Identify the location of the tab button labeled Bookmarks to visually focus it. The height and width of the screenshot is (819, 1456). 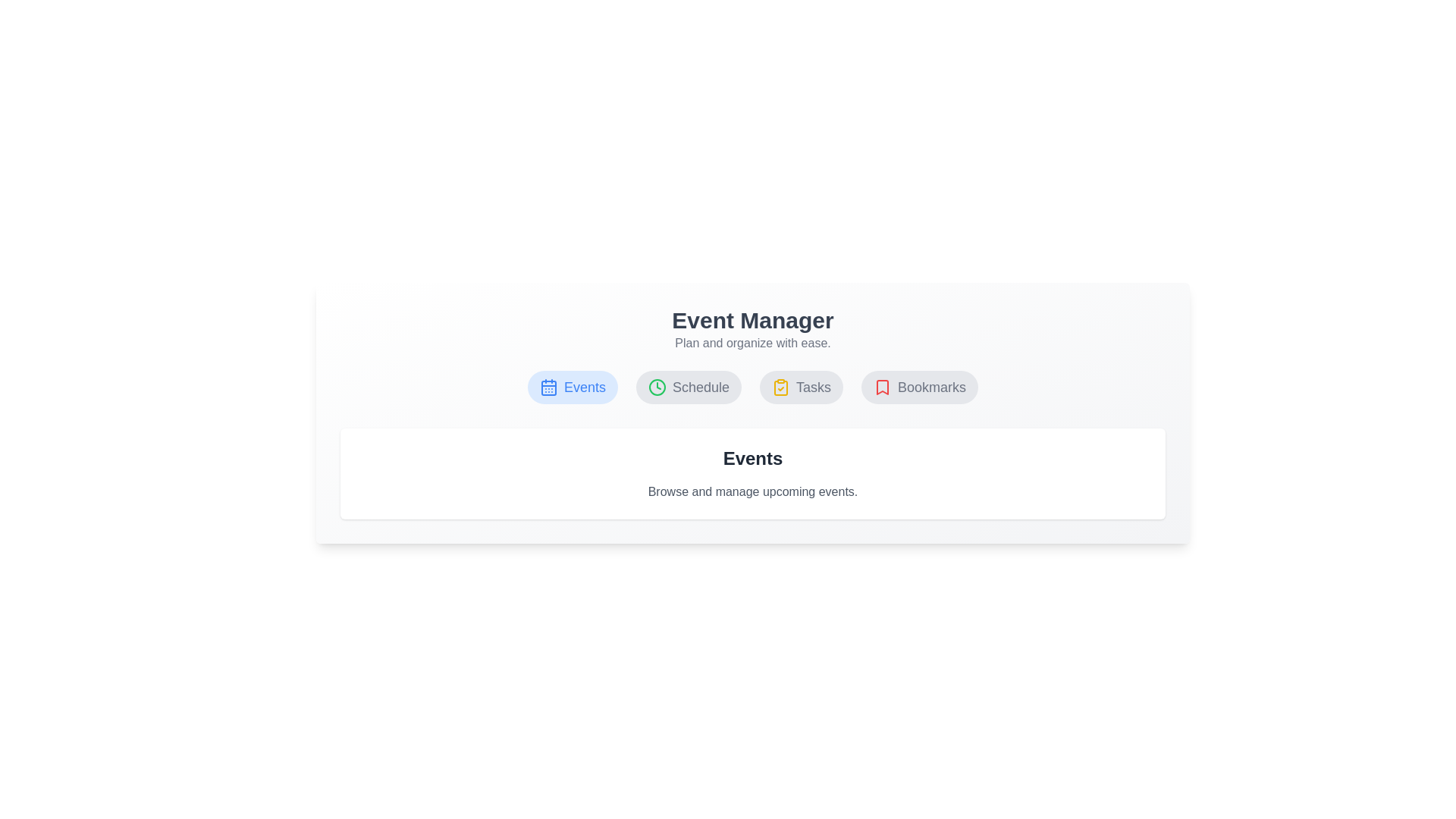
(919, 386).